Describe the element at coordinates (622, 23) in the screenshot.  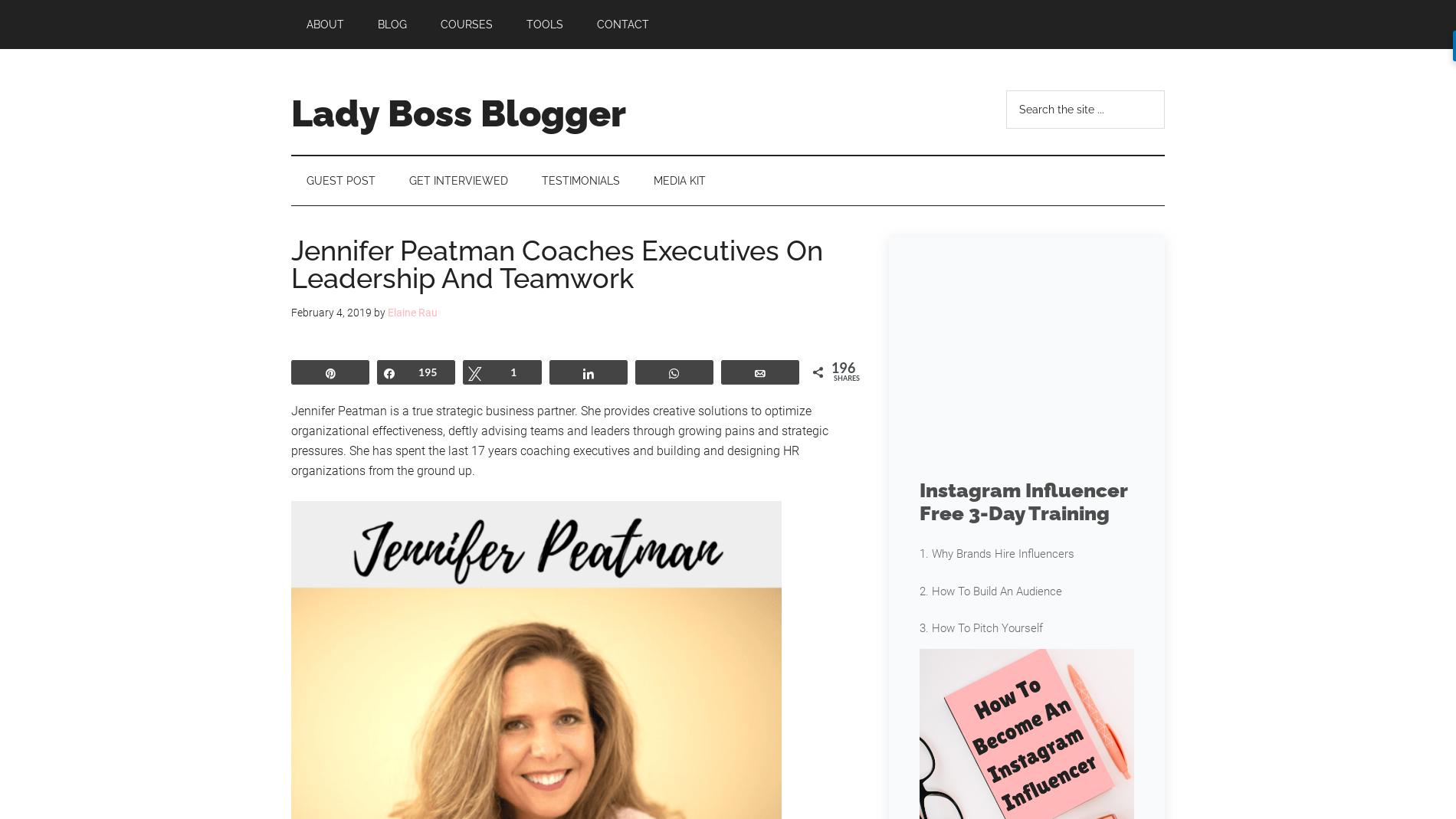
I see `'Contact'` at that location.